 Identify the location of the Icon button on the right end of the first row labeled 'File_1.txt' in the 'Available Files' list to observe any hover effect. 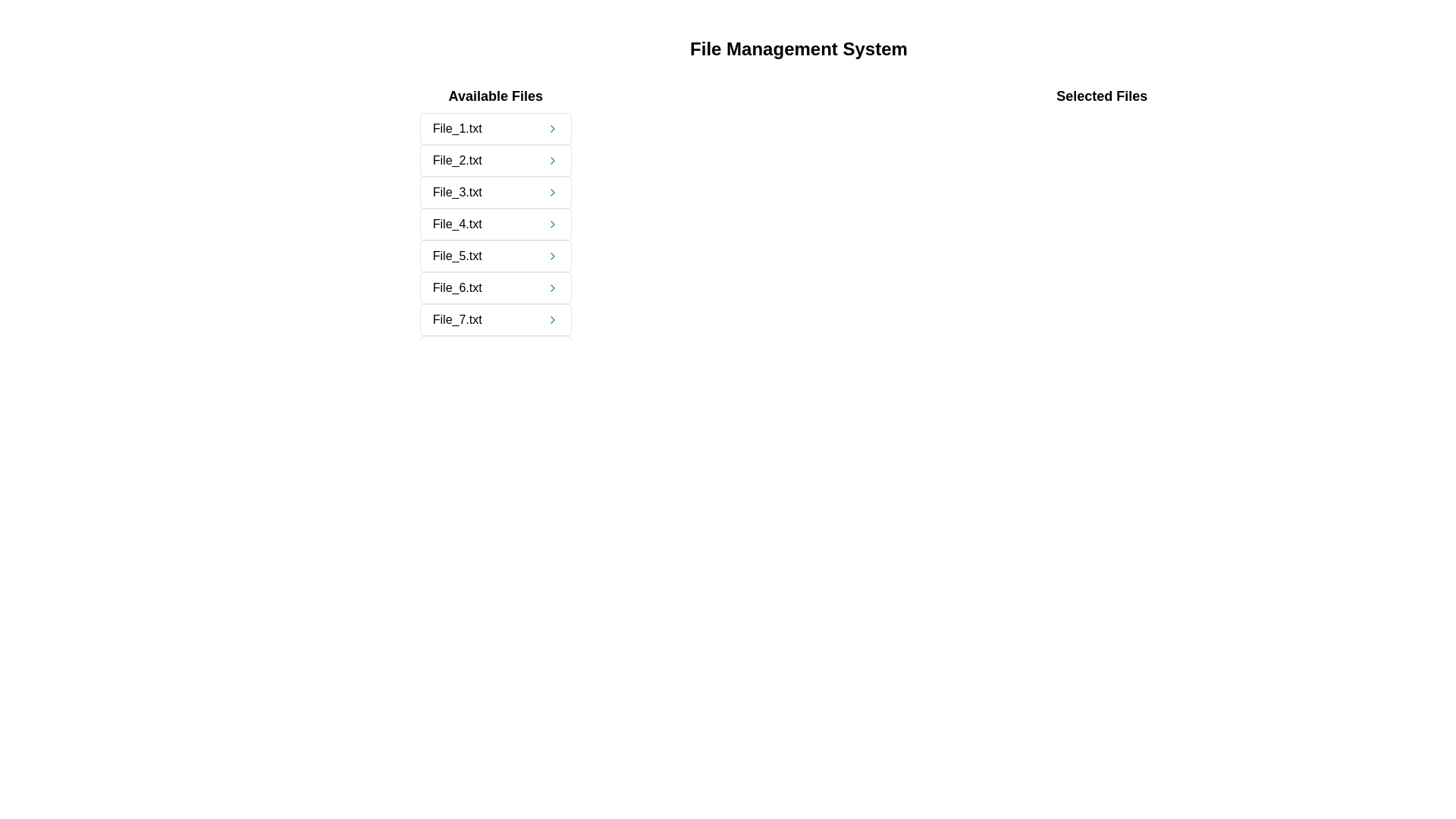
(551, 127).